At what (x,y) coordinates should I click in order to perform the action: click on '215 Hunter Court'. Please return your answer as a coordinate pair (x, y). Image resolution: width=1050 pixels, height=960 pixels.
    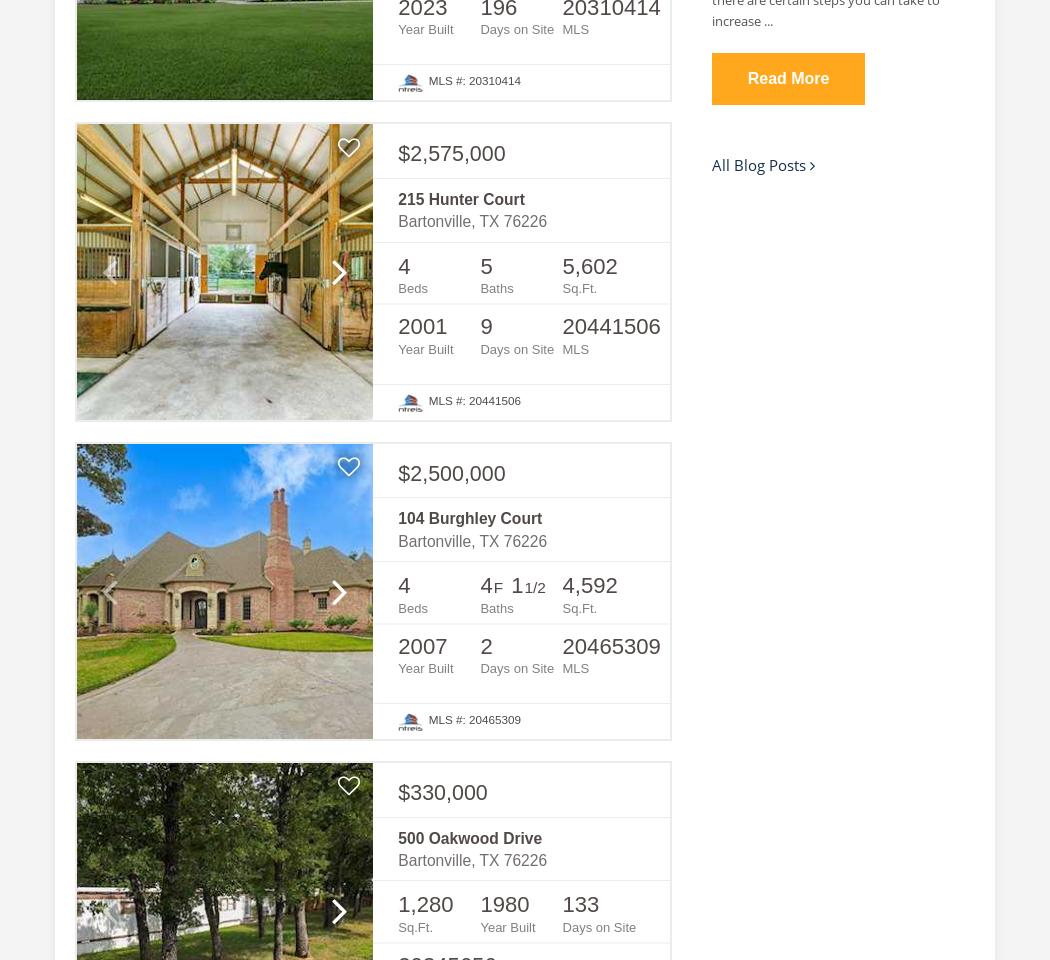
    Looking at the image, I should click on (460, 199).